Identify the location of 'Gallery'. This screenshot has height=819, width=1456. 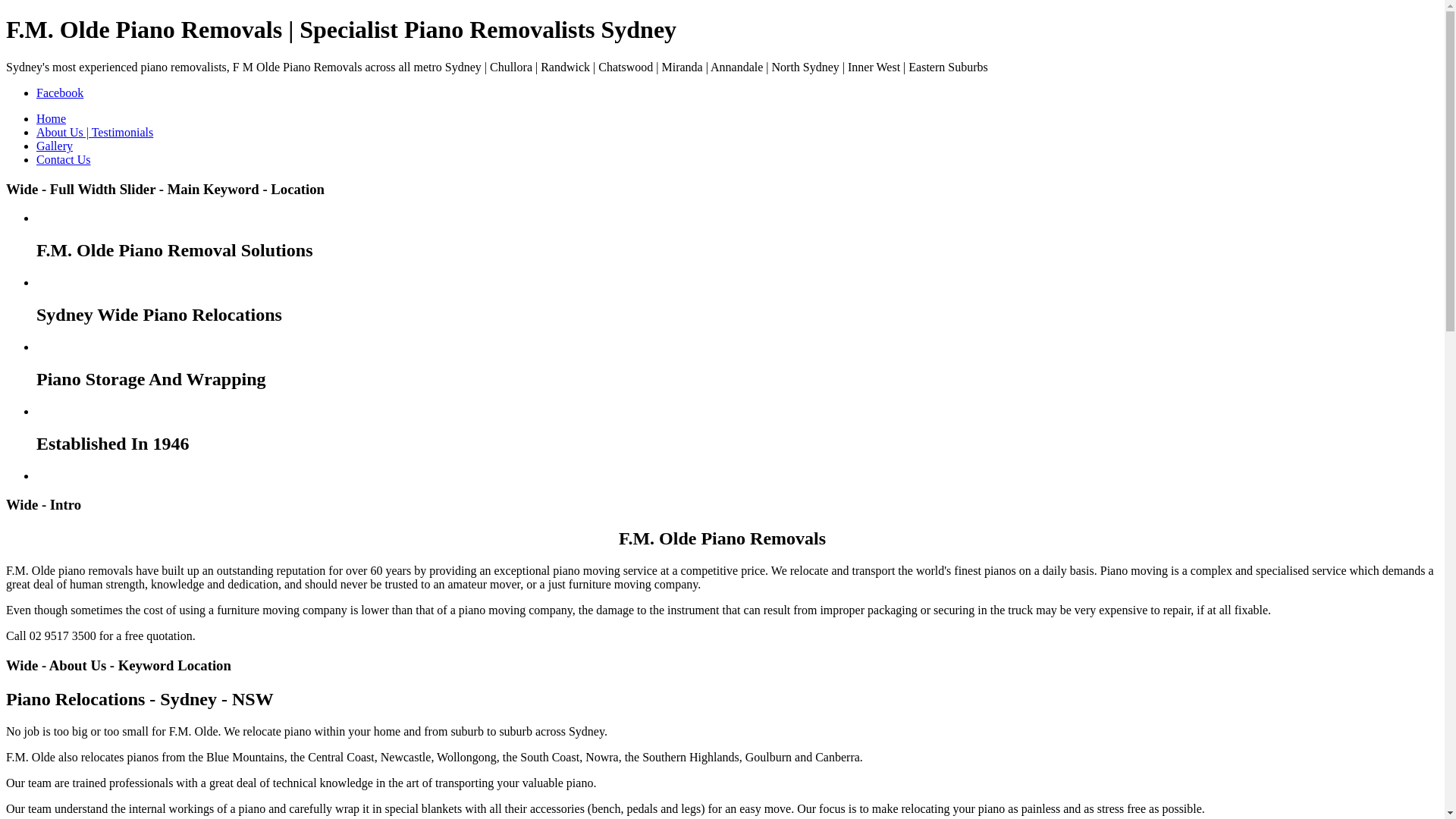
(55, 146).